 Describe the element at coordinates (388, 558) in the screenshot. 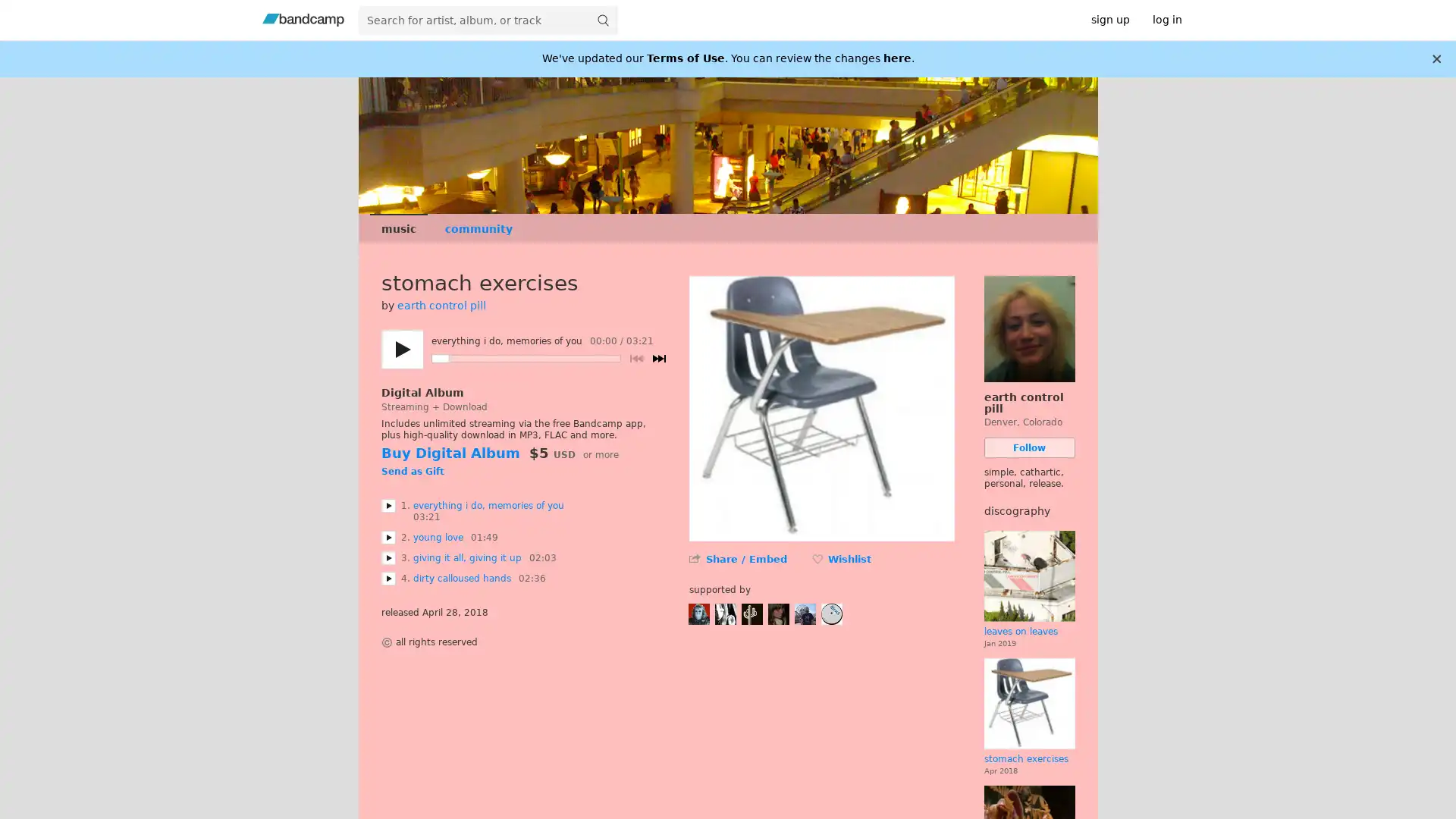

I see `Play giving it all, giving it up` at that location.